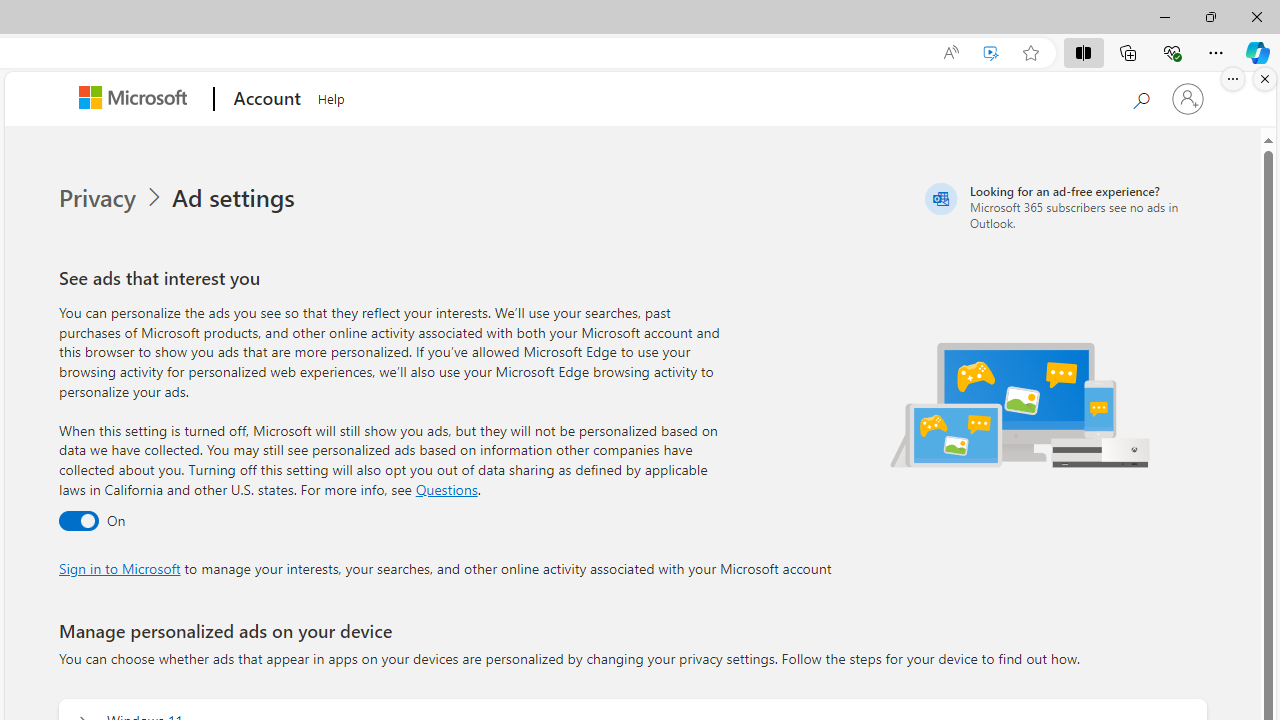 This screenshot has height=720, width=1280. Describe the element at coordinates (1164, 16) in the screenshot. I see `'Minimize'` at that location.